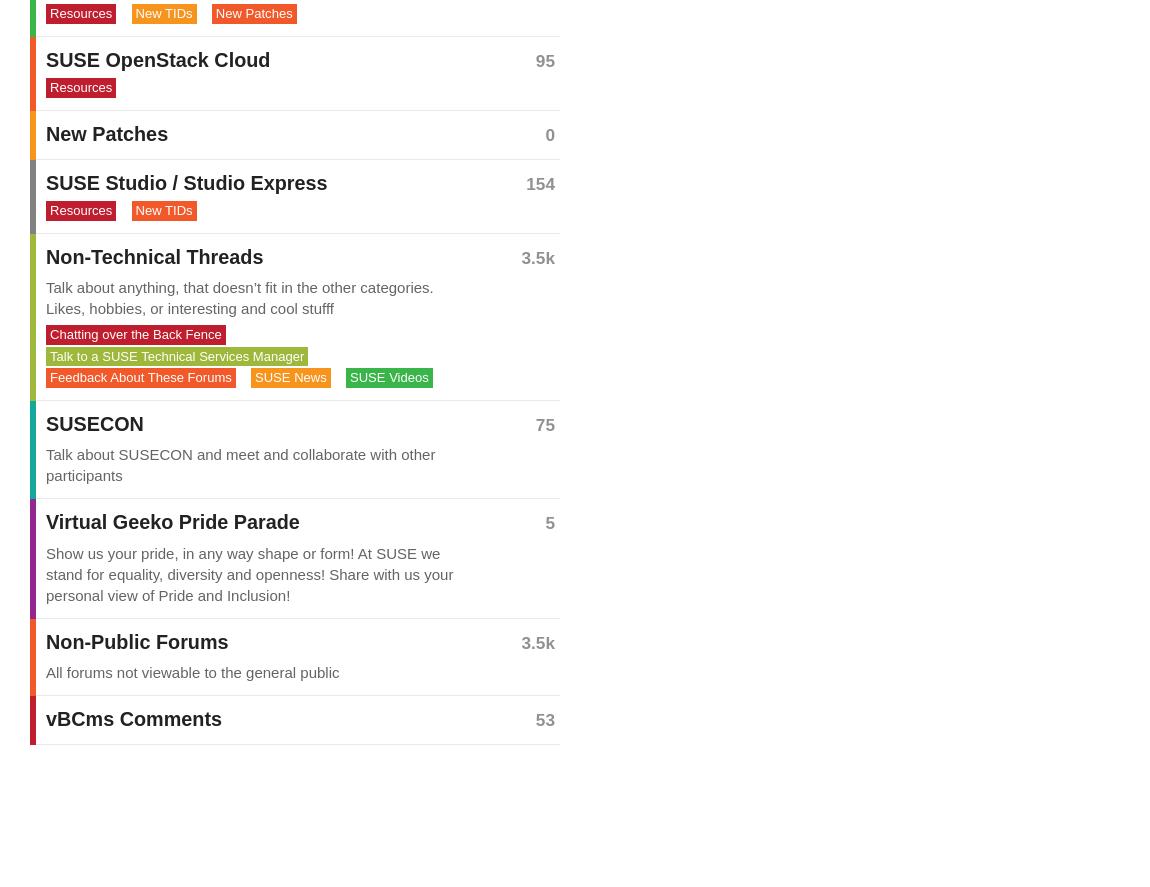  Describe the element at coordinates (388, 376) in the screenshot. I see `'SUSE Videos'` at that location.